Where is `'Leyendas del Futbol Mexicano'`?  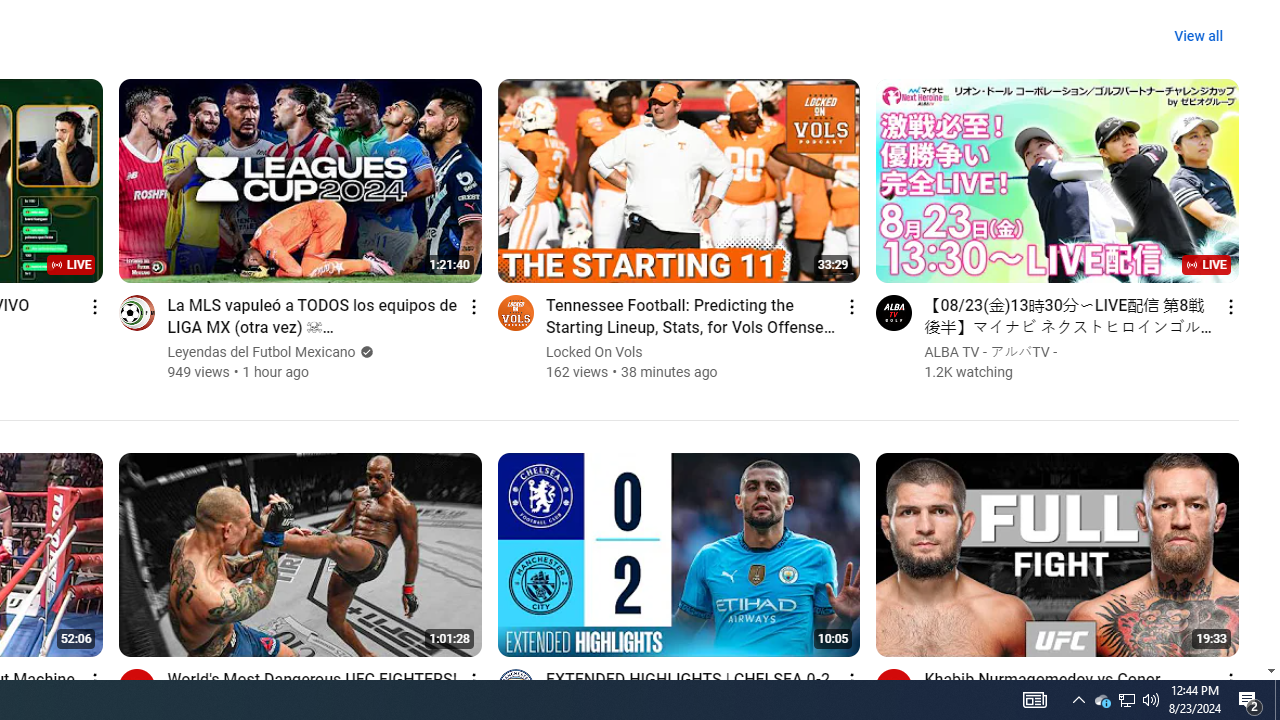
'Leyendas del Futbol Mexicano' is located at coordinates (260, 351).